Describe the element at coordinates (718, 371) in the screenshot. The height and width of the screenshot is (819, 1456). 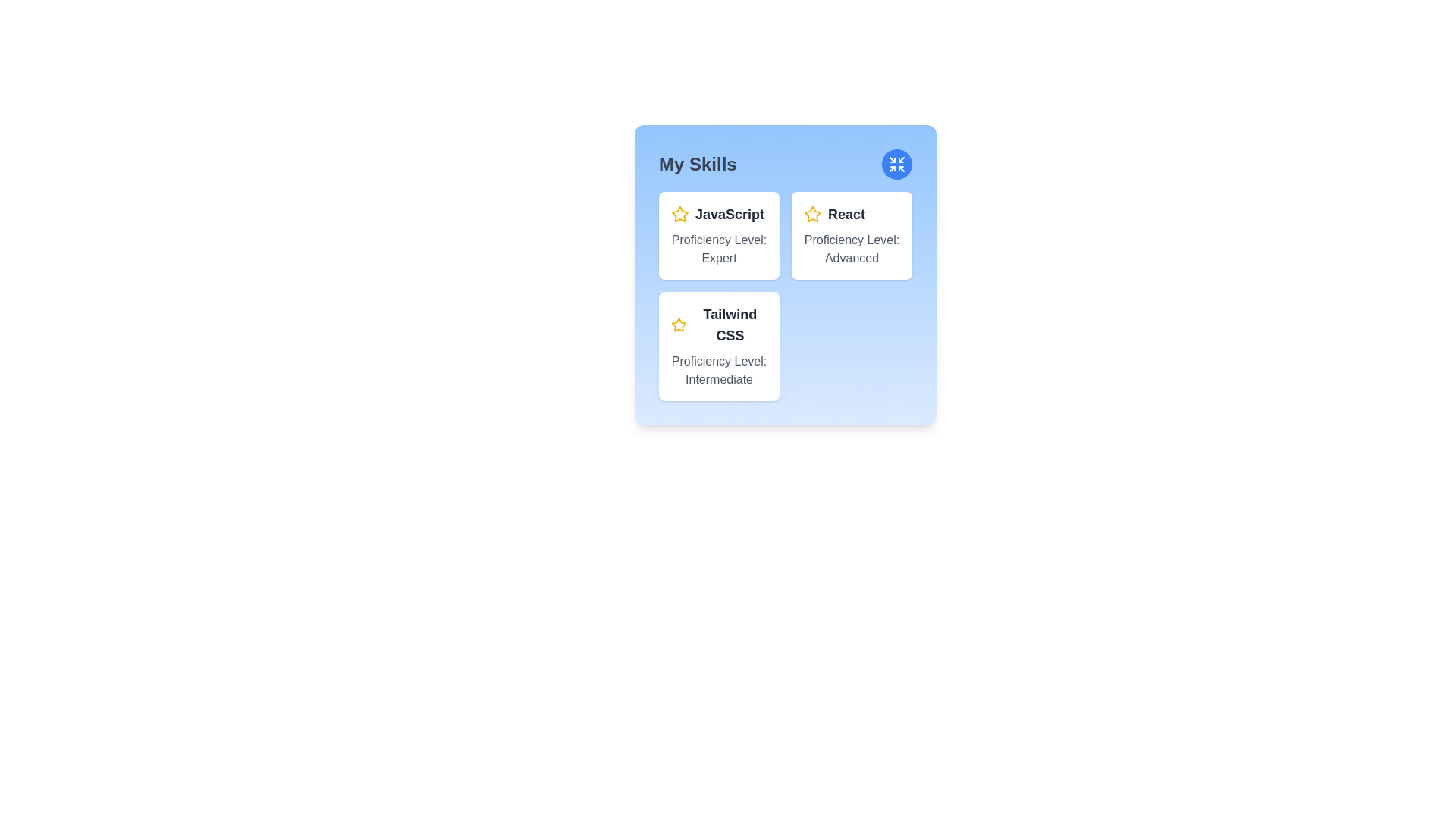
I see `the text label that displays 'Proficiency Level: Intermediate' located within the 'Tailwind CSS' card, positioned below the card's heading and star icon in the 'My Skills' section` at that location.